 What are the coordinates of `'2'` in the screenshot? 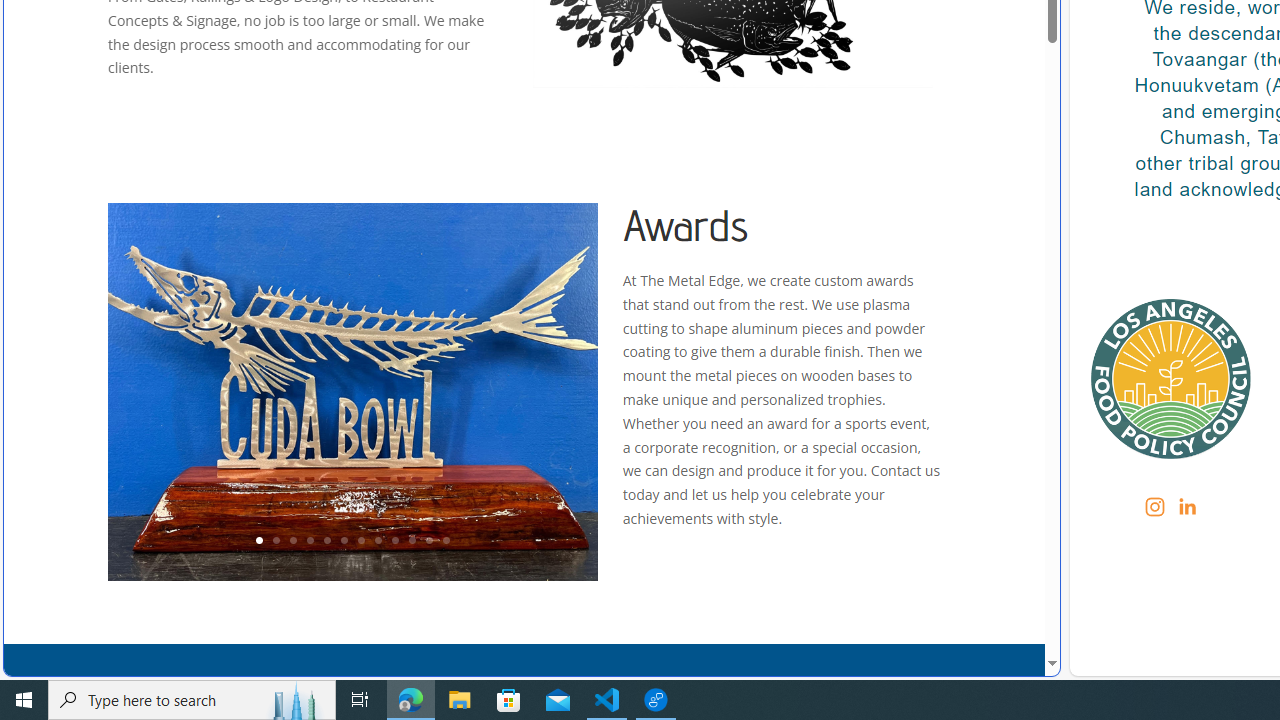 It's located at (274, 541).